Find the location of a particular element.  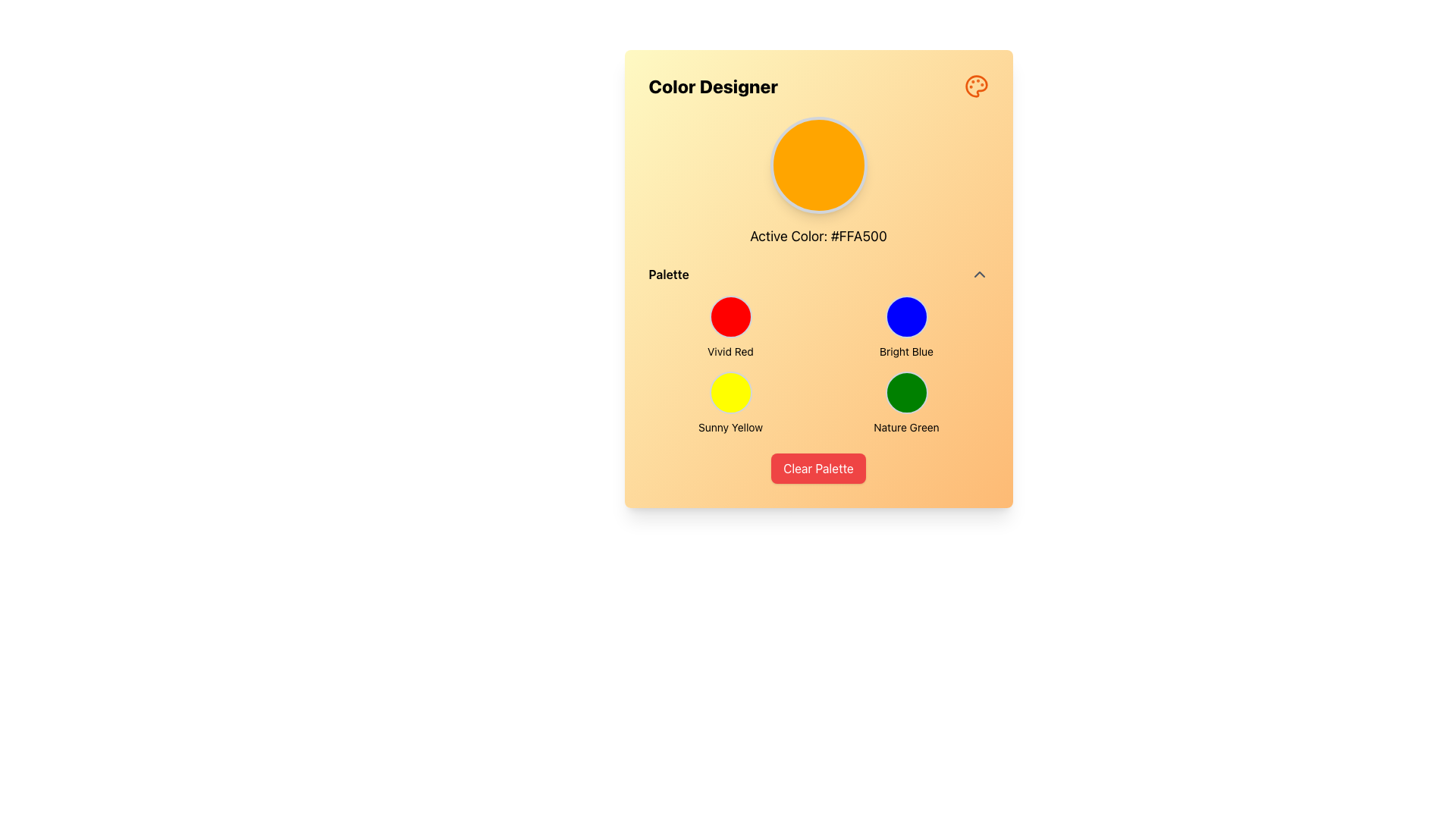

the gray upward-pointing chevron icon located at the right end of the 'Palette' label is located at coordinates (979, 275).